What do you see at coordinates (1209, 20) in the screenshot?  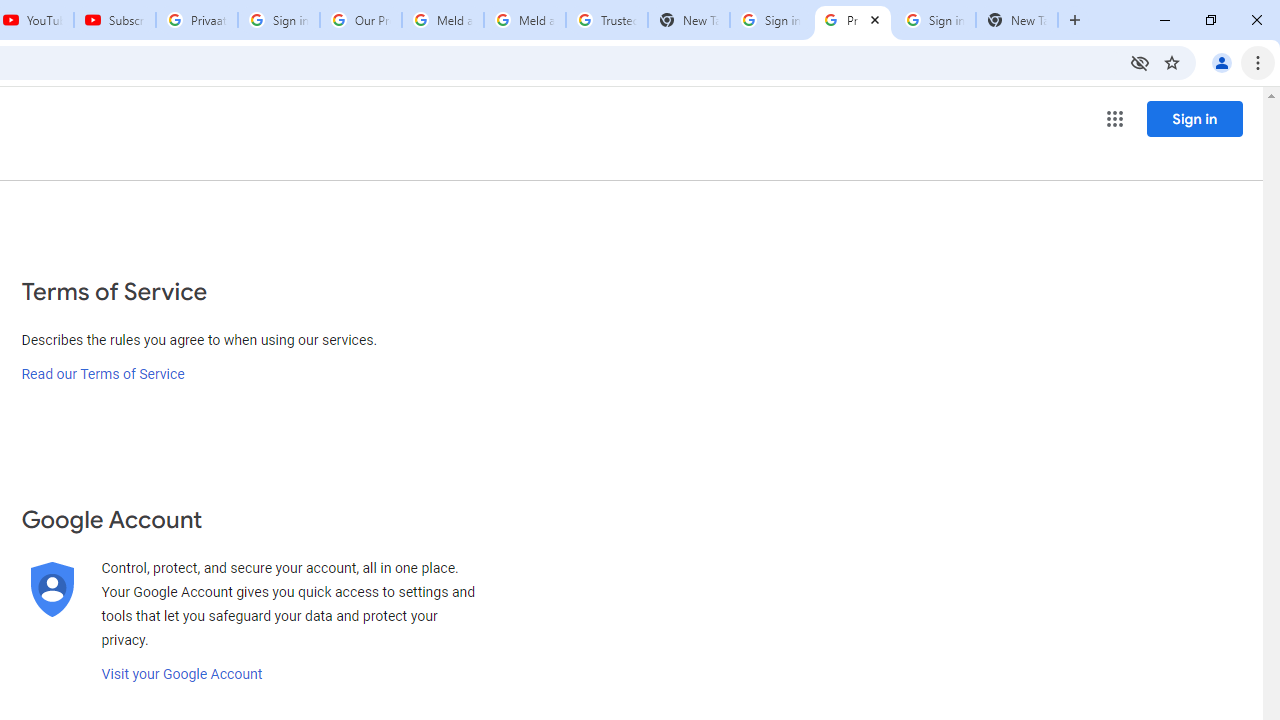 I see `'Restore'` at bounding box center [1209, 20].